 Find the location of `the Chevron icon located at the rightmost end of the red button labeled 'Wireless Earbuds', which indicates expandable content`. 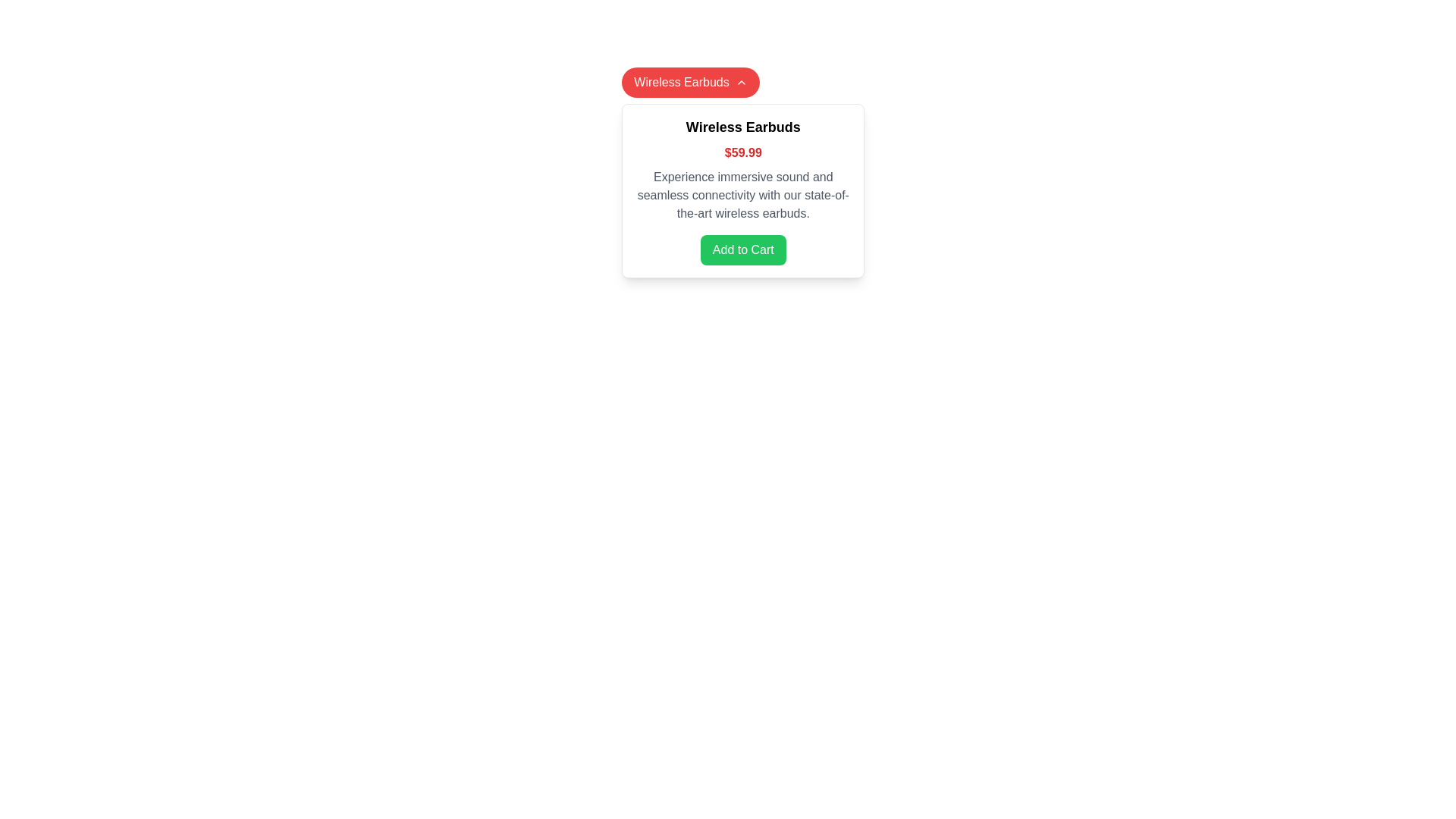

the Chevron icon located at the rightmost end of the red button labeled 'Wireless Earbuds', which indicates expandable content is located at coordinates (741, 82).